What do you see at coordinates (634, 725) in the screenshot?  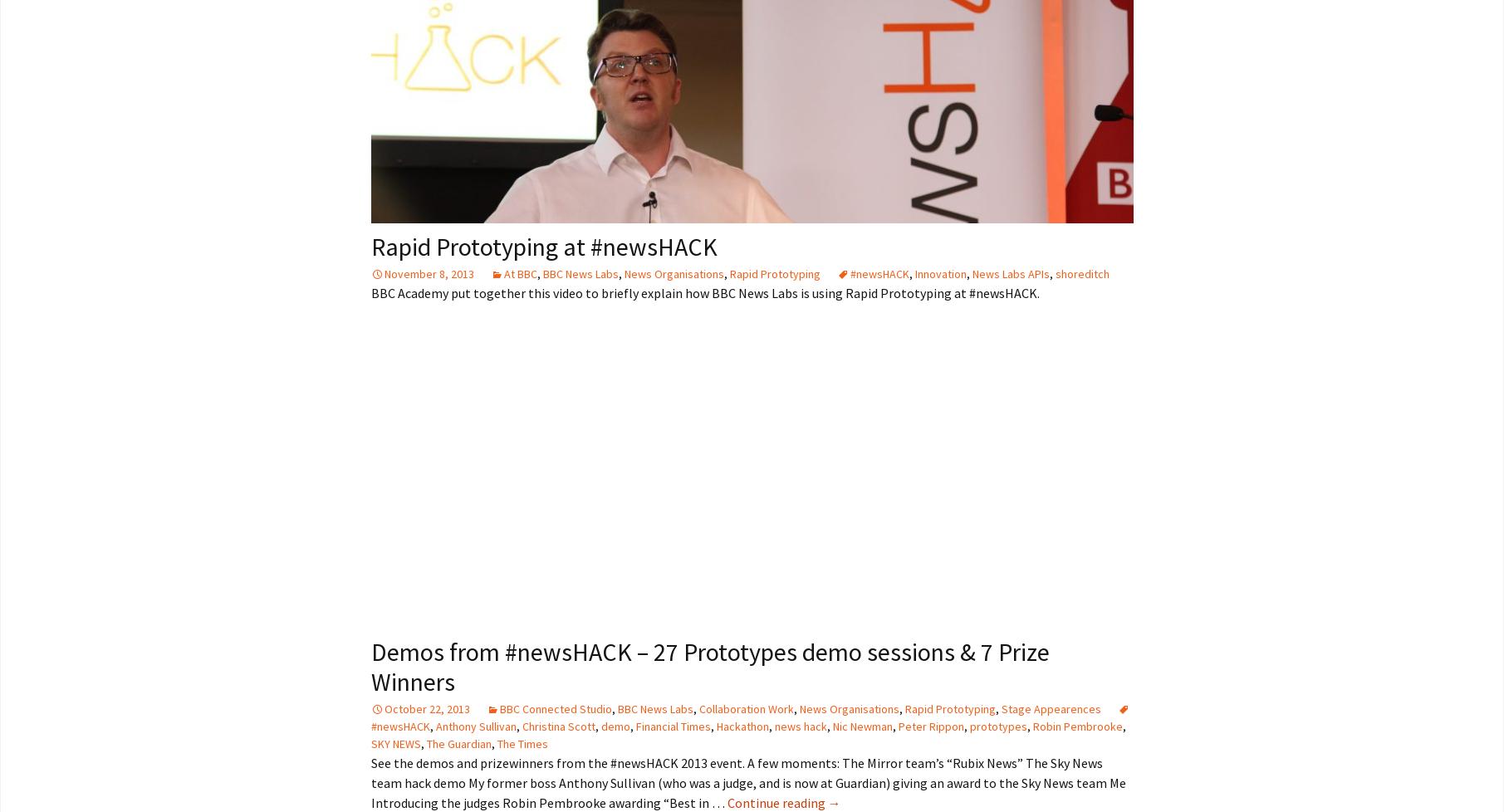 I see `'Financial Times'` at bounding box center [634, 725].